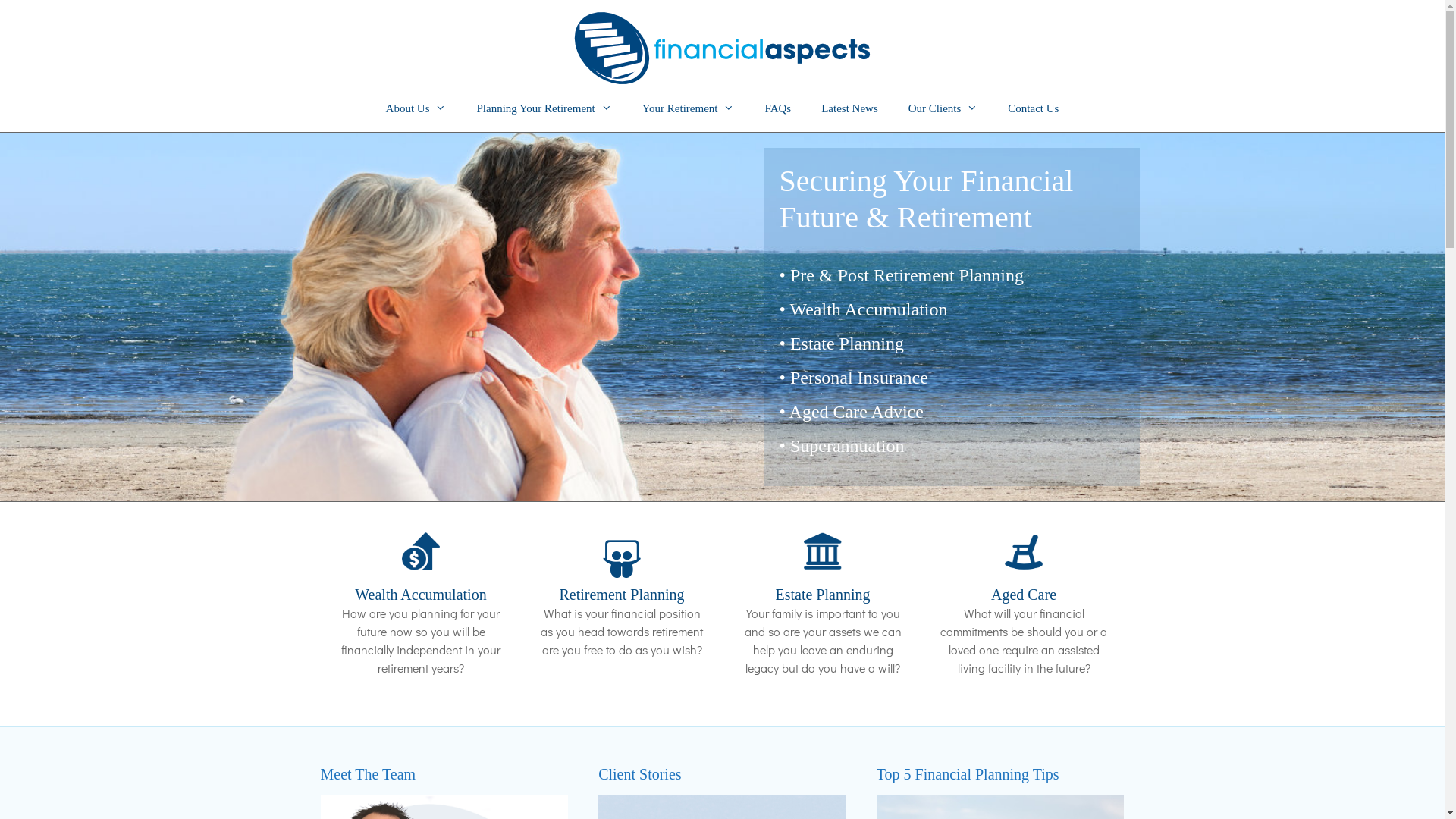 Image resolution: width=1456 pixels, height=819 pixels. What do you see at coordinates (416, 107) in the screenshot?
I see `'About Us'` at bounding box center [416, 107].